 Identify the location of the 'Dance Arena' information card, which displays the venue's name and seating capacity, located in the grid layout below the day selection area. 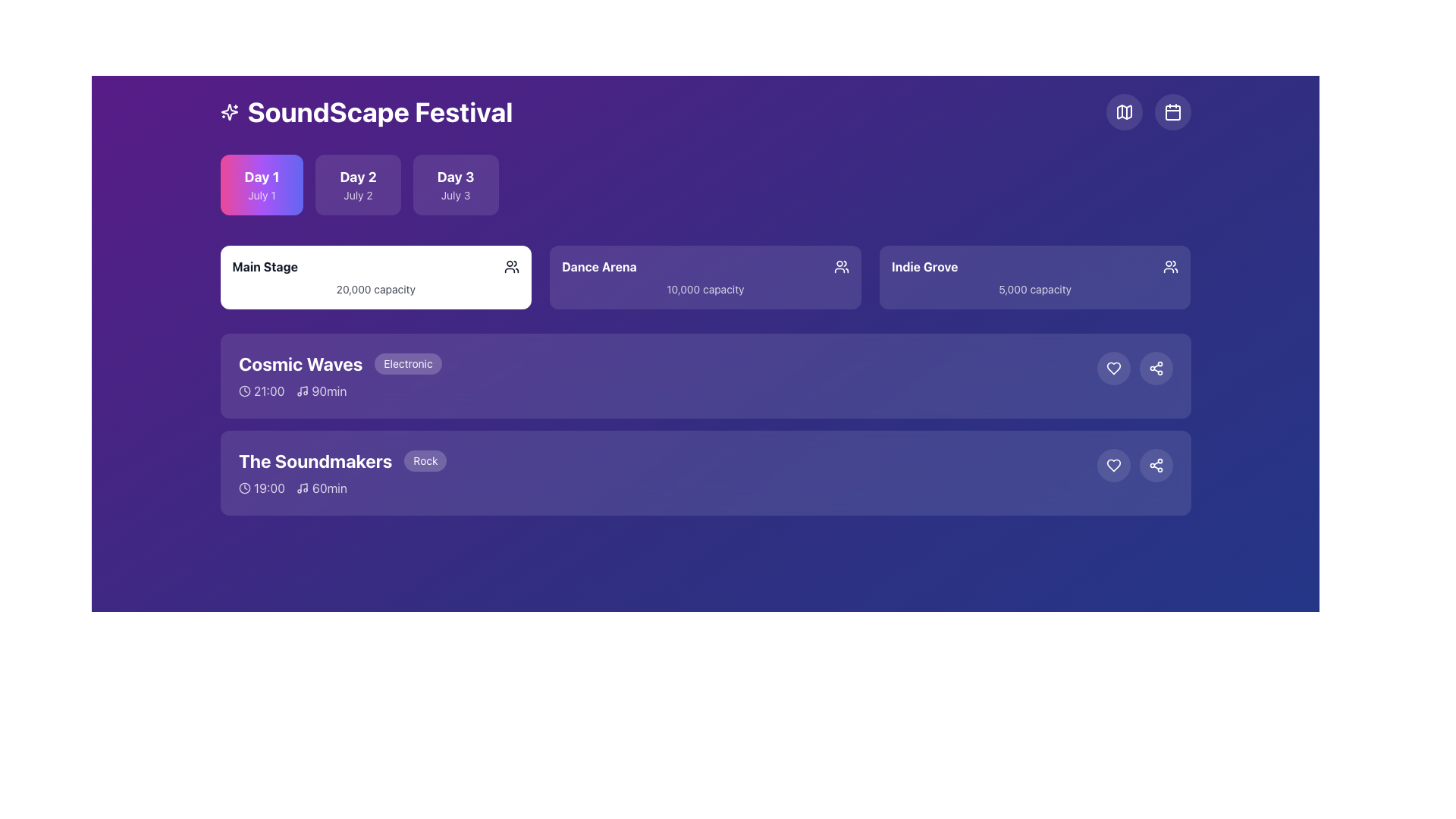
(704, 278).